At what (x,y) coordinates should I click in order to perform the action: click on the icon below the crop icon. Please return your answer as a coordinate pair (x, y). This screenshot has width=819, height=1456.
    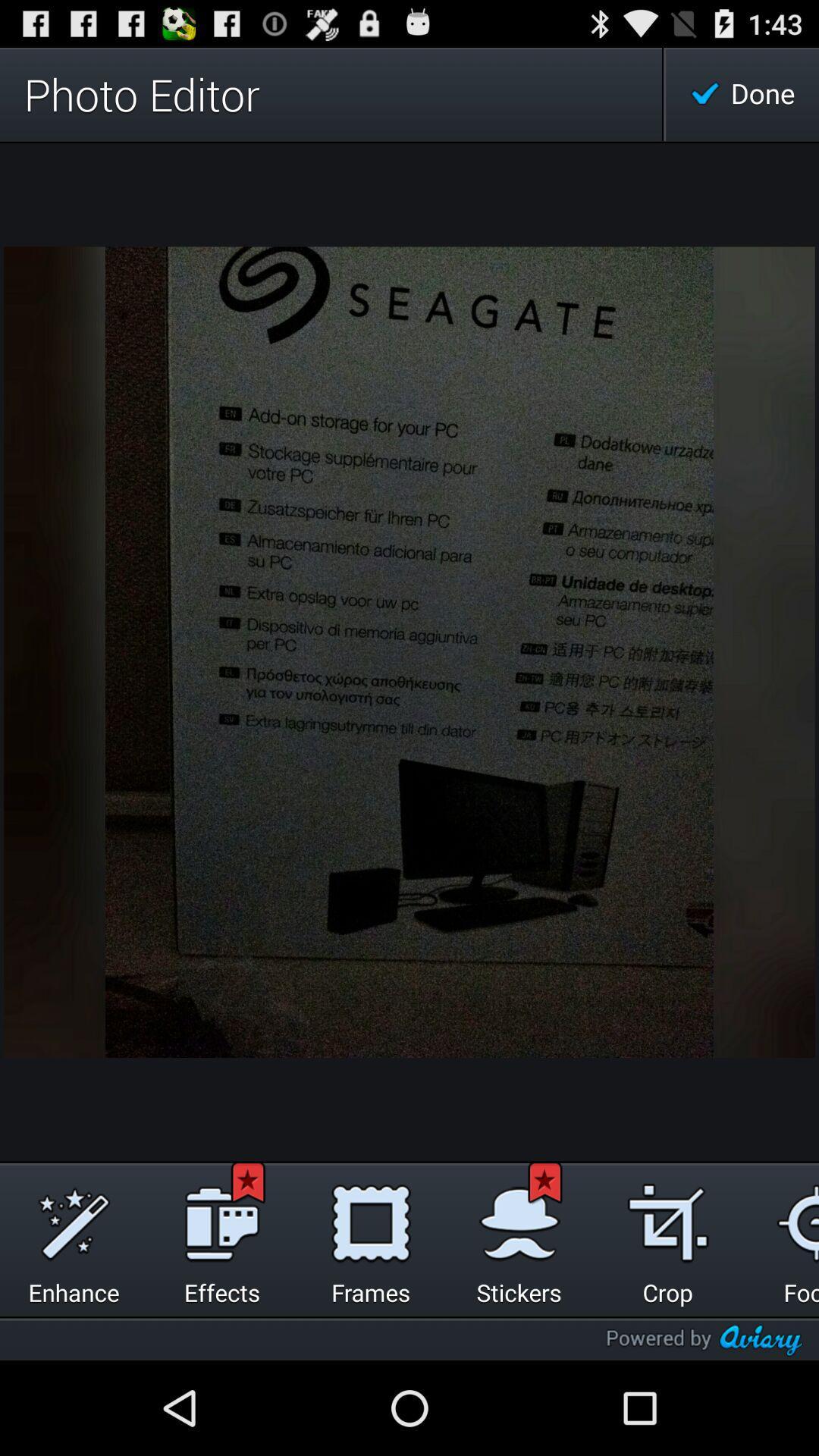
    Looking at the image, I should click on (704, 1340).